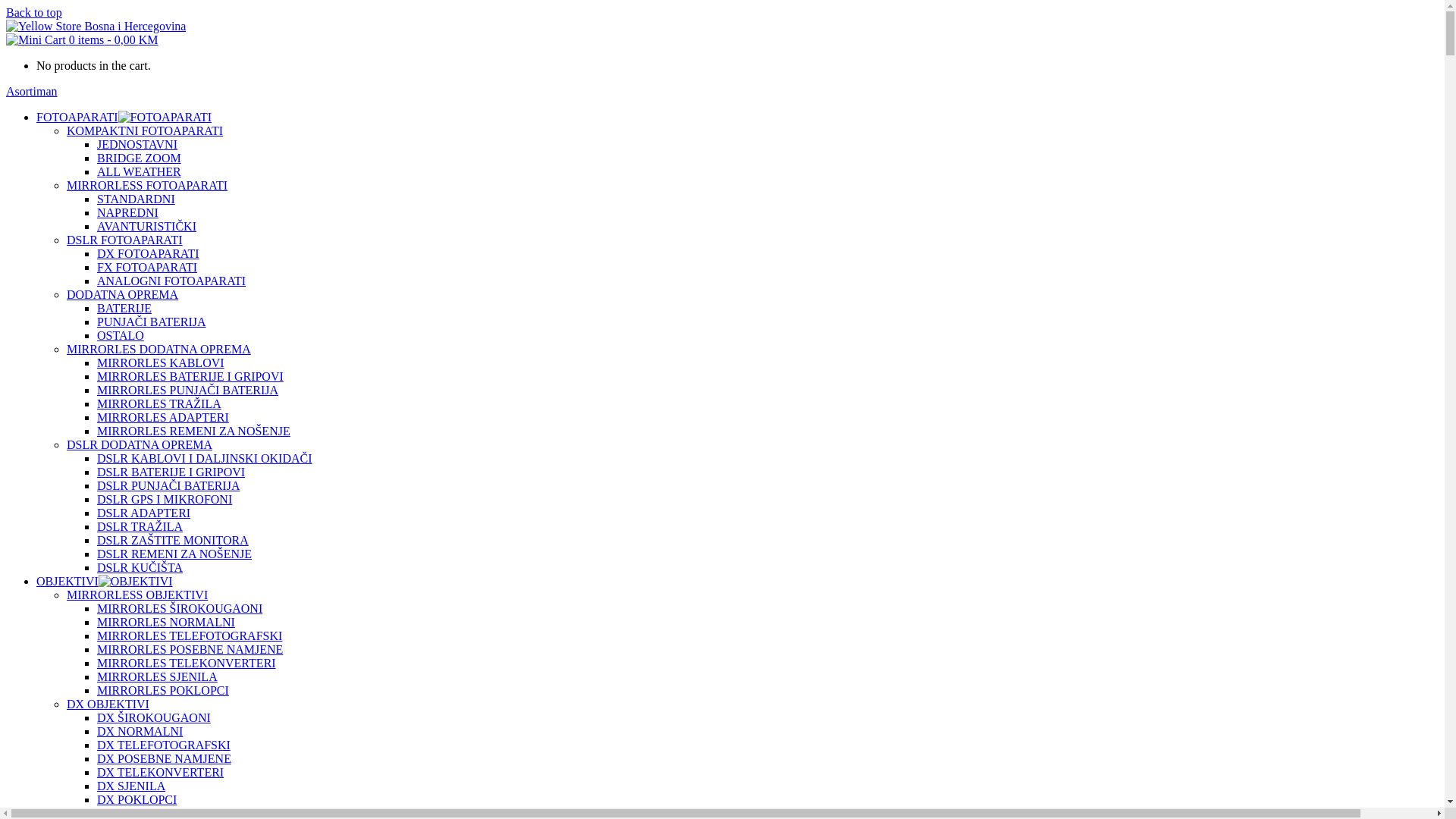 The width and height of the screenshot is (1456, 819). What do you see at coordinates (136, 198) in the screenshot?
I see `'STANDARDNI'` at bounding box center [136, 198].